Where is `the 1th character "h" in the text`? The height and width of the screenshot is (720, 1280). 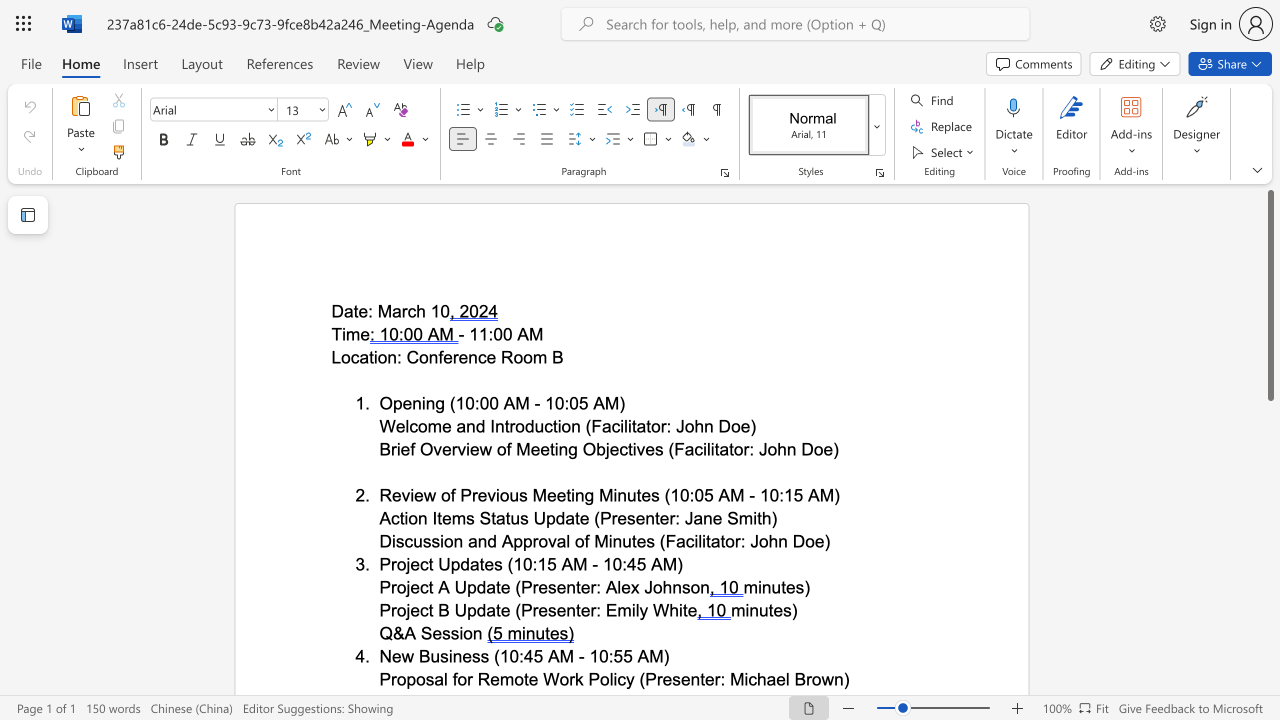
the 1th character "h" in the text is located at coordinates (420, 311).